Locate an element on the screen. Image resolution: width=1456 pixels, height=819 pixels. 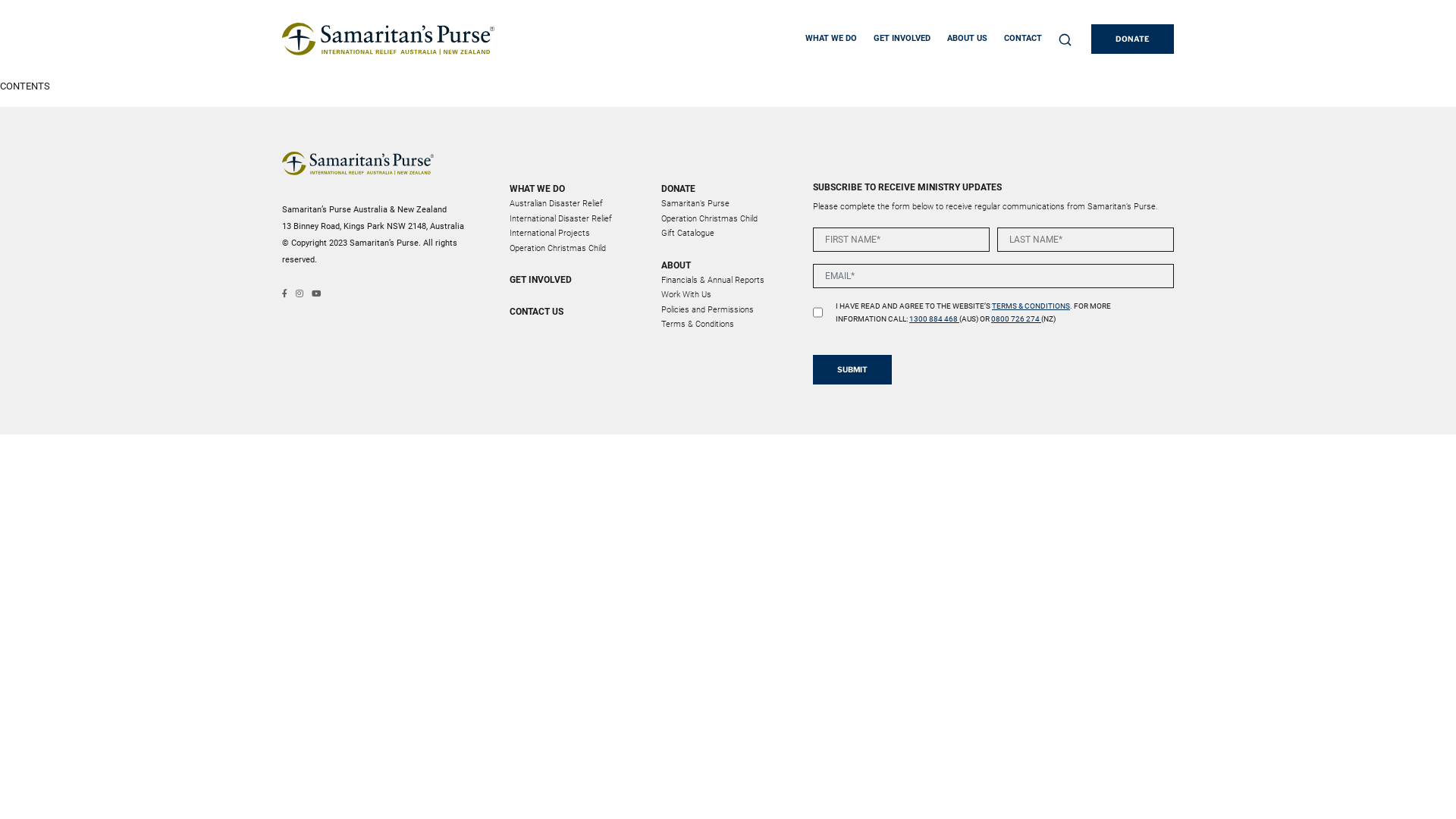
'1300 884 468' is located at coordinates (934, 318).